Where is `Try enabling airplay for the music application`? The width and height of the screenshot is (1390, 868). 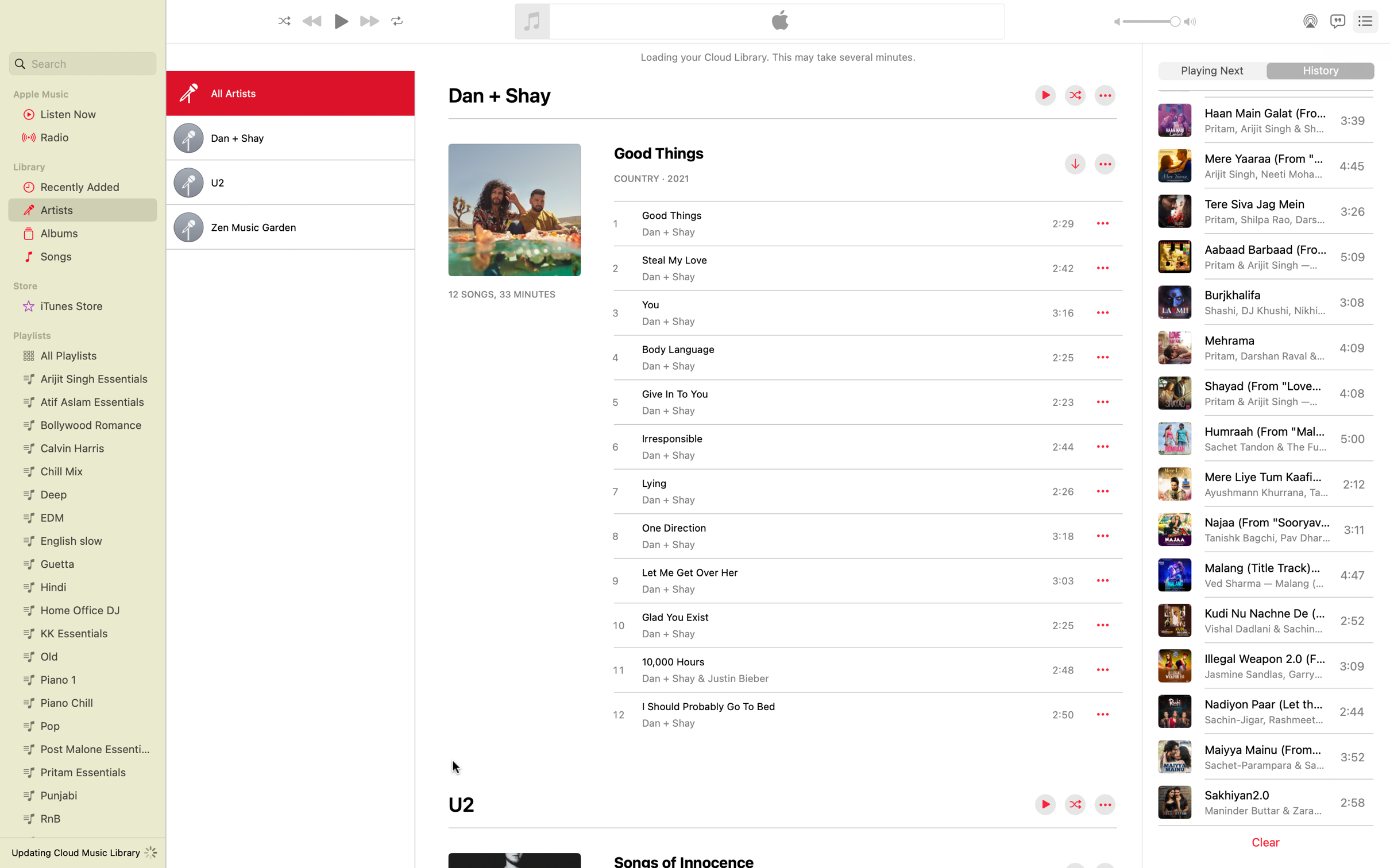
Try enabling airplay for the music application is located at coordinates (1308, 20).